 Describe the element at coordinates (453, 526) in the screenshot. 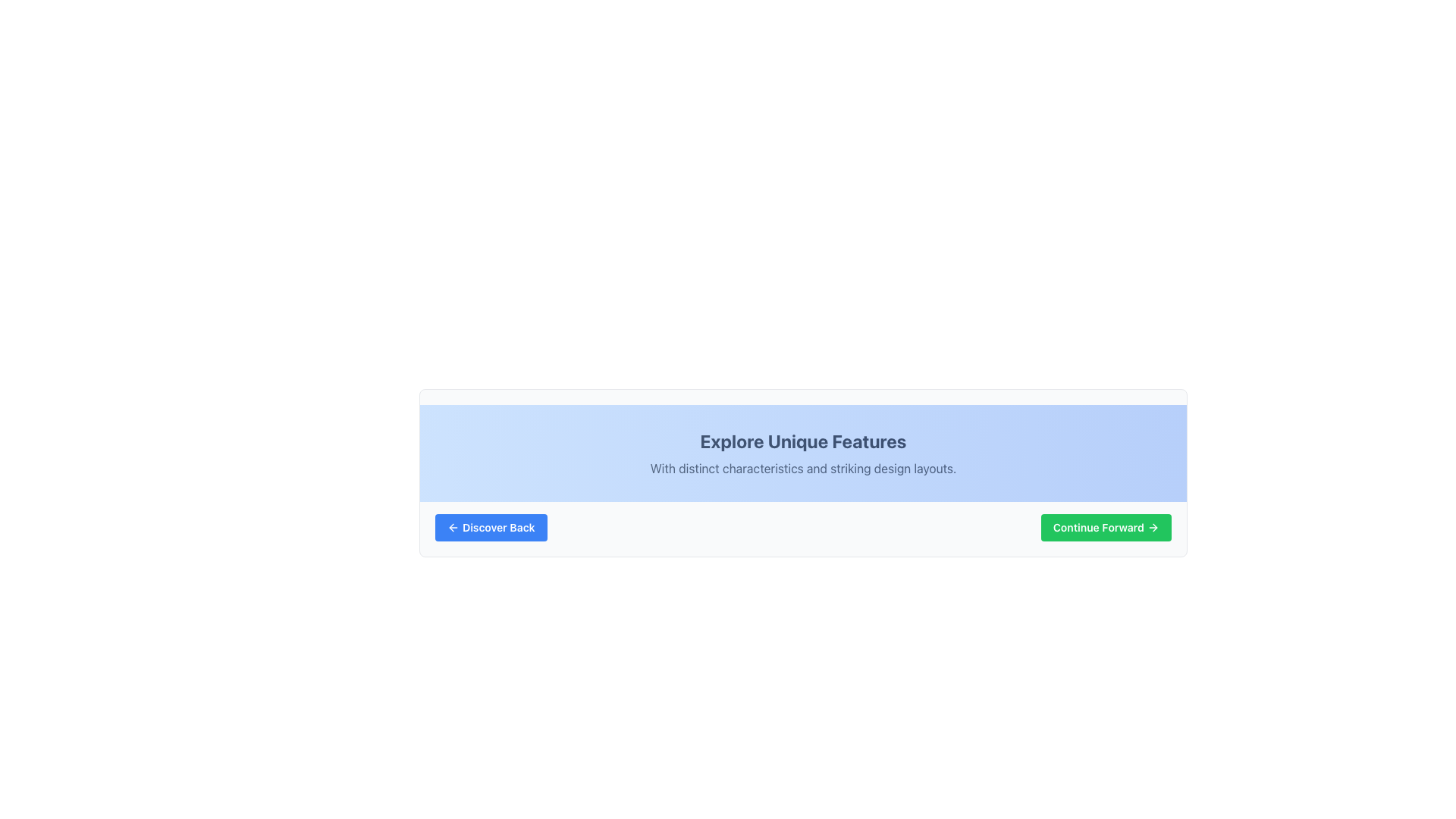

I see `the backward navigation icon located in the left portion of the 'Discover Back' button, which enhances its contextual meaning and usability` at that location.